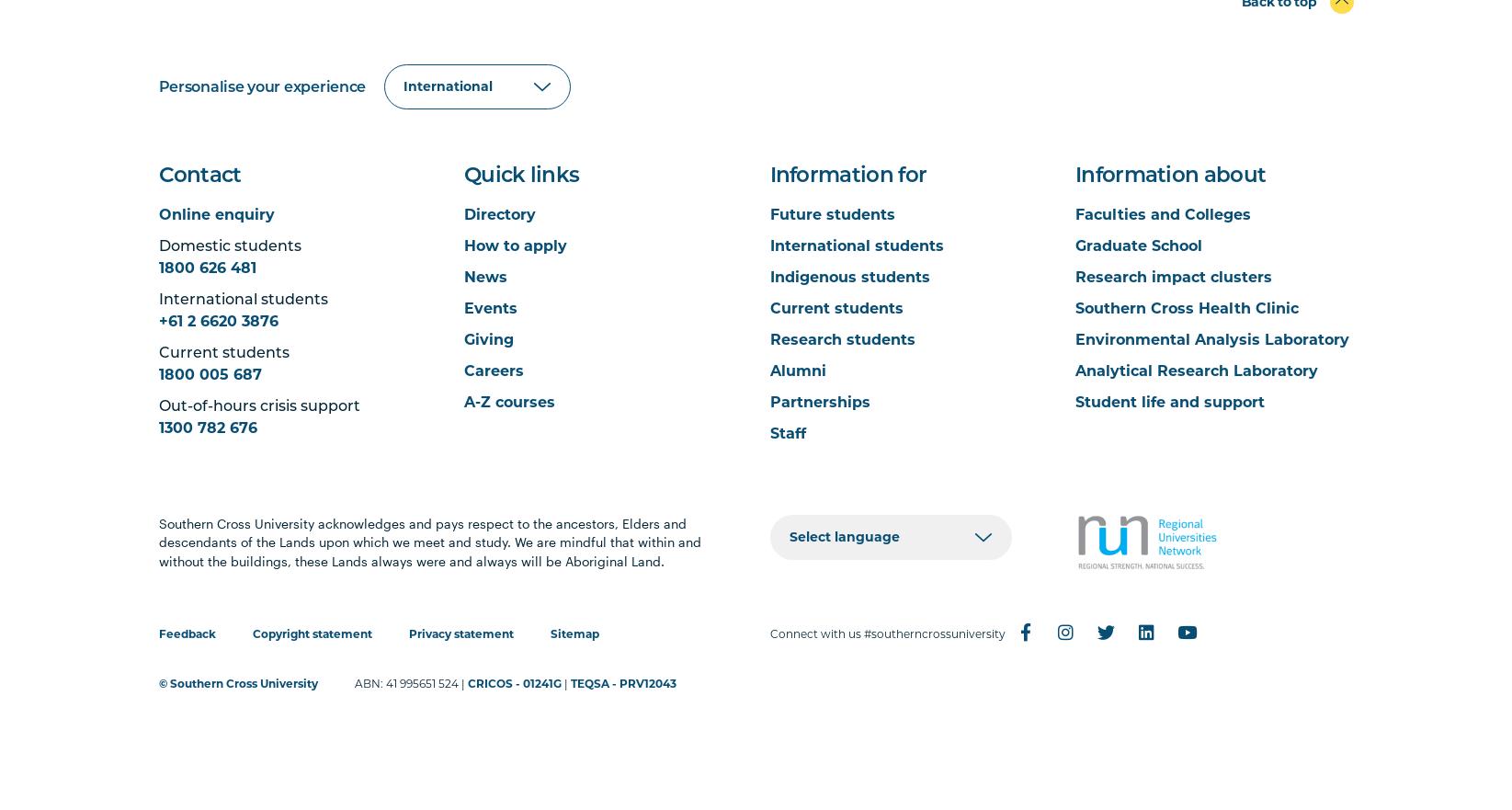  I want to click on 'Sitemap', so click(548, 632).